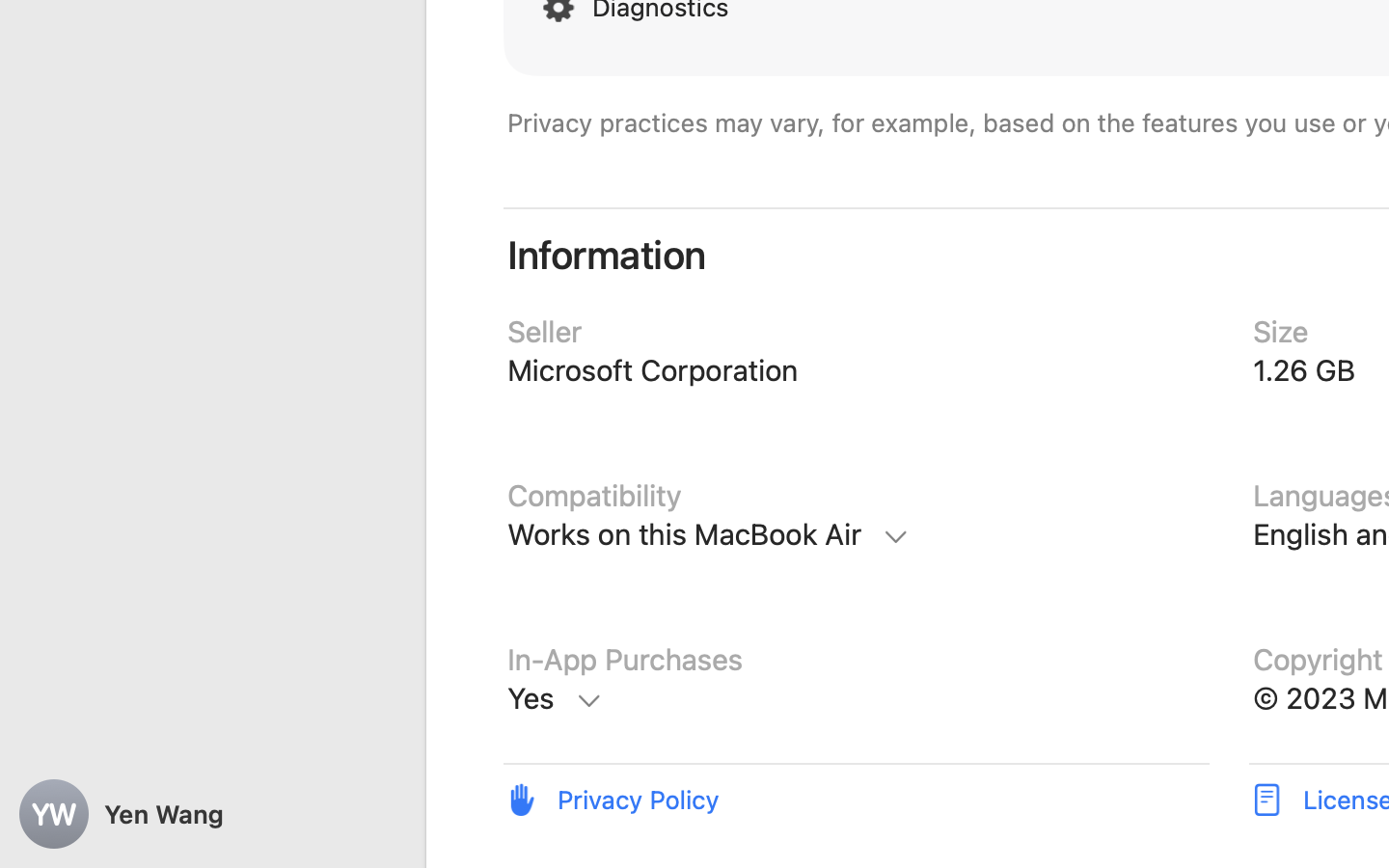 The width and height of the screenshot is (1389, 868). What do you see at coordinates (212, 814) in the screenshot?
I see `'Yen Wang'` at bounding box center [212, 814].